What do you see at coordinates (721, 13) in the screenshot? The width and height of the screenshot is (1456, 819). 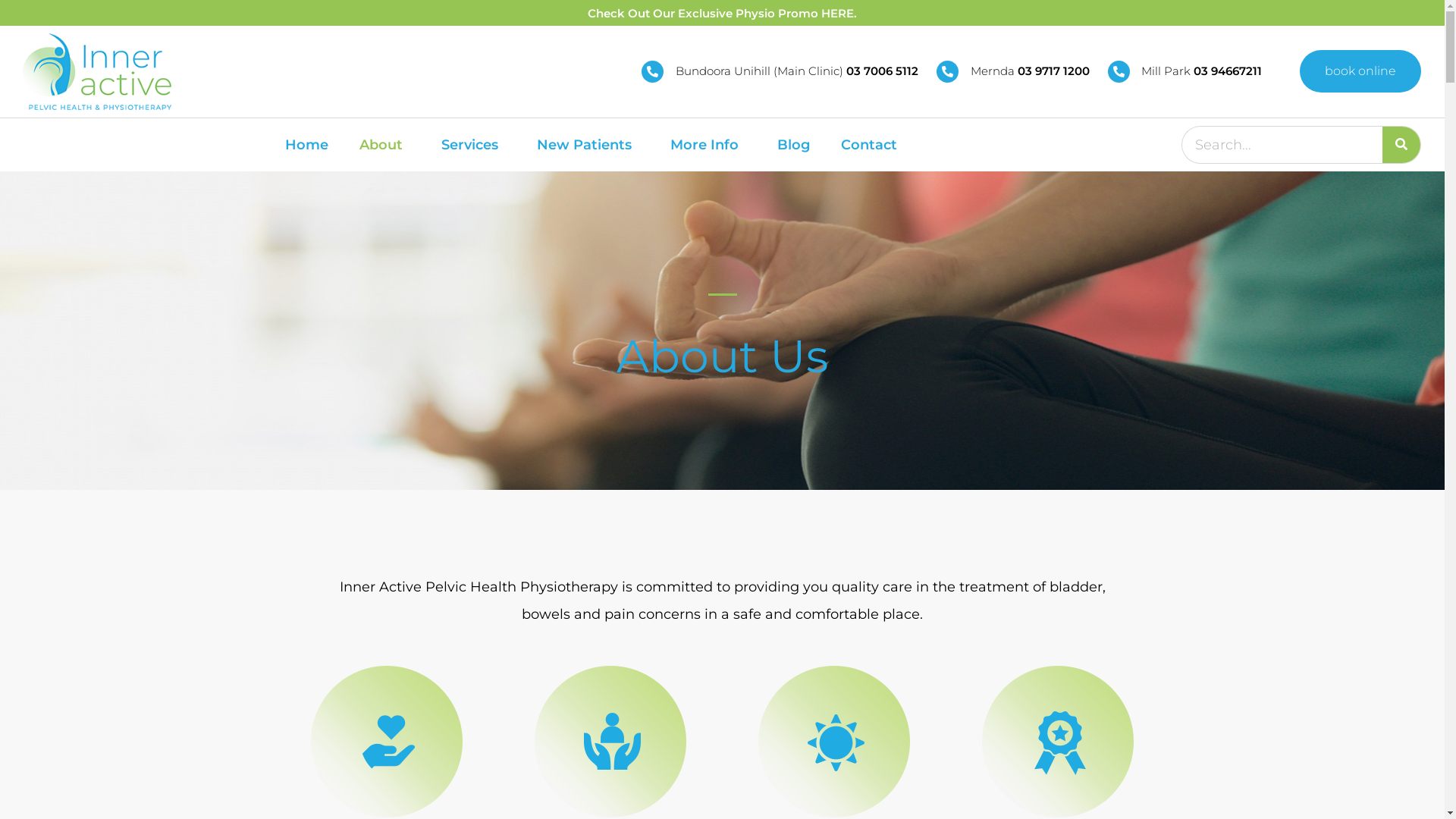 I see `'Check Out Our Exclusive Physio Promo HERE.'` at bounding box center [721, 13].